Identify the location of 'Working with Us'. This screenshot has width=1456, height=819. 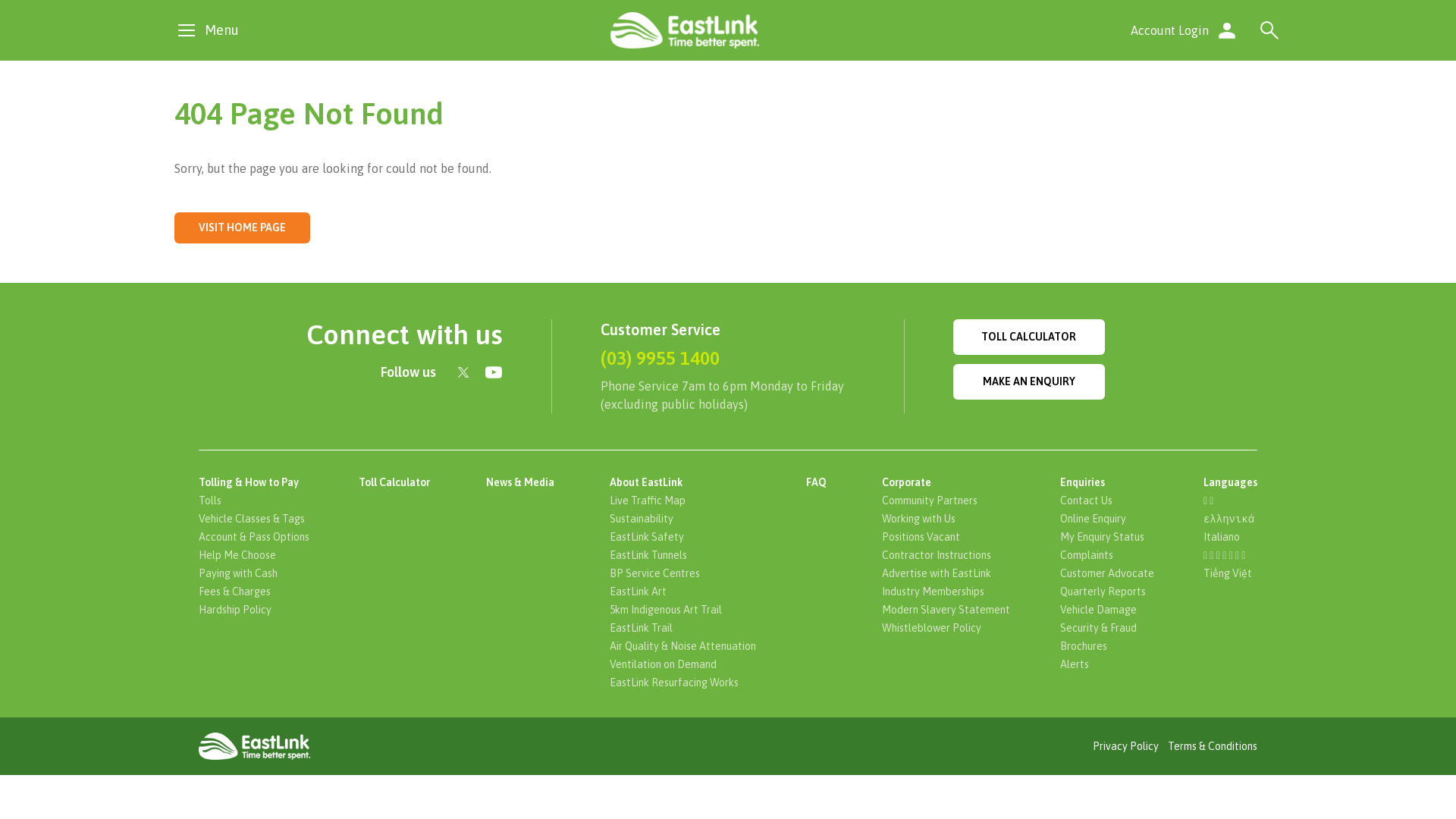
(924, 517).